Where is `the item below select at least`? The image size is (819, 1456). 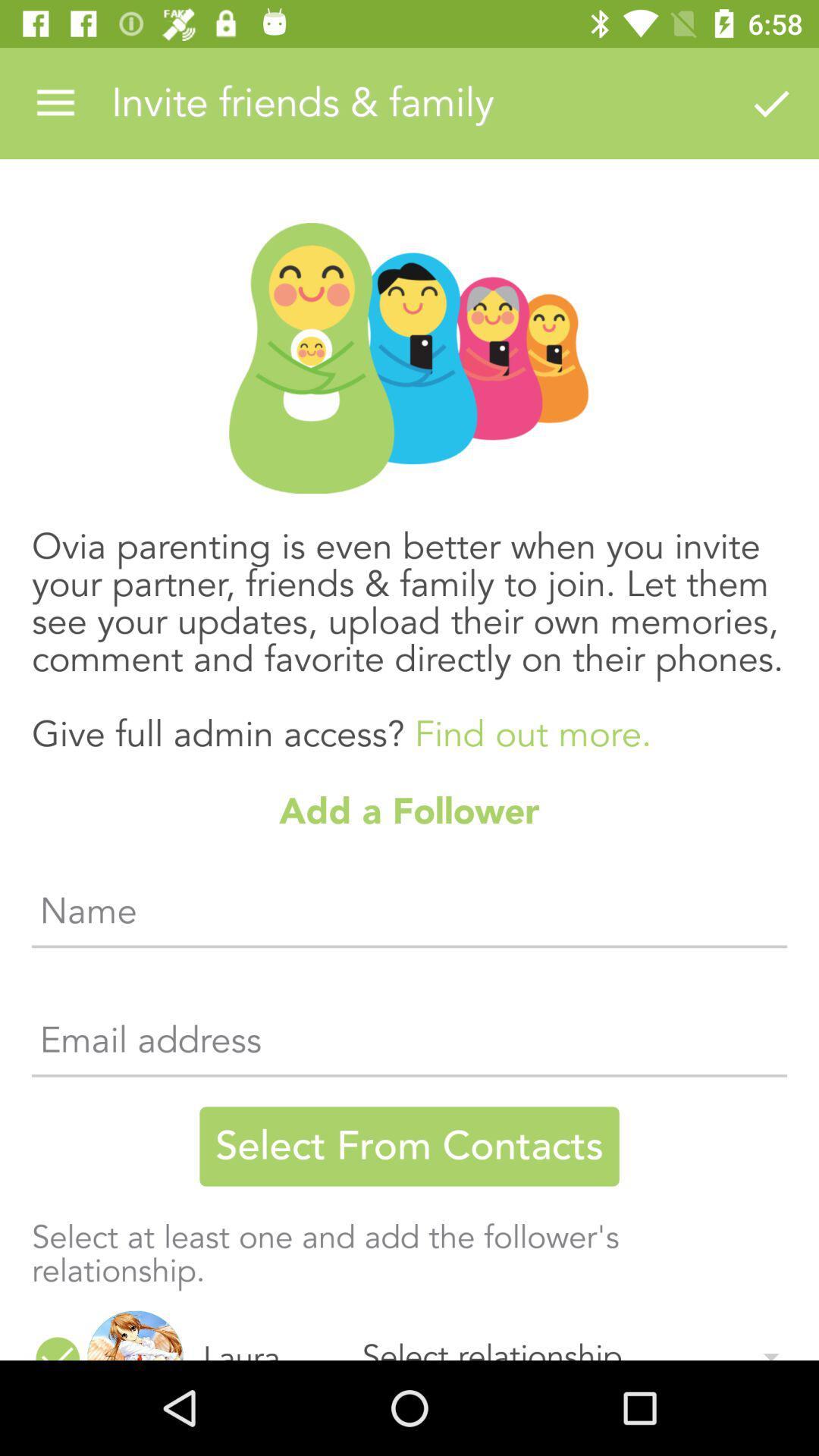 the item below select at least is located at coordinates (134, 1335).